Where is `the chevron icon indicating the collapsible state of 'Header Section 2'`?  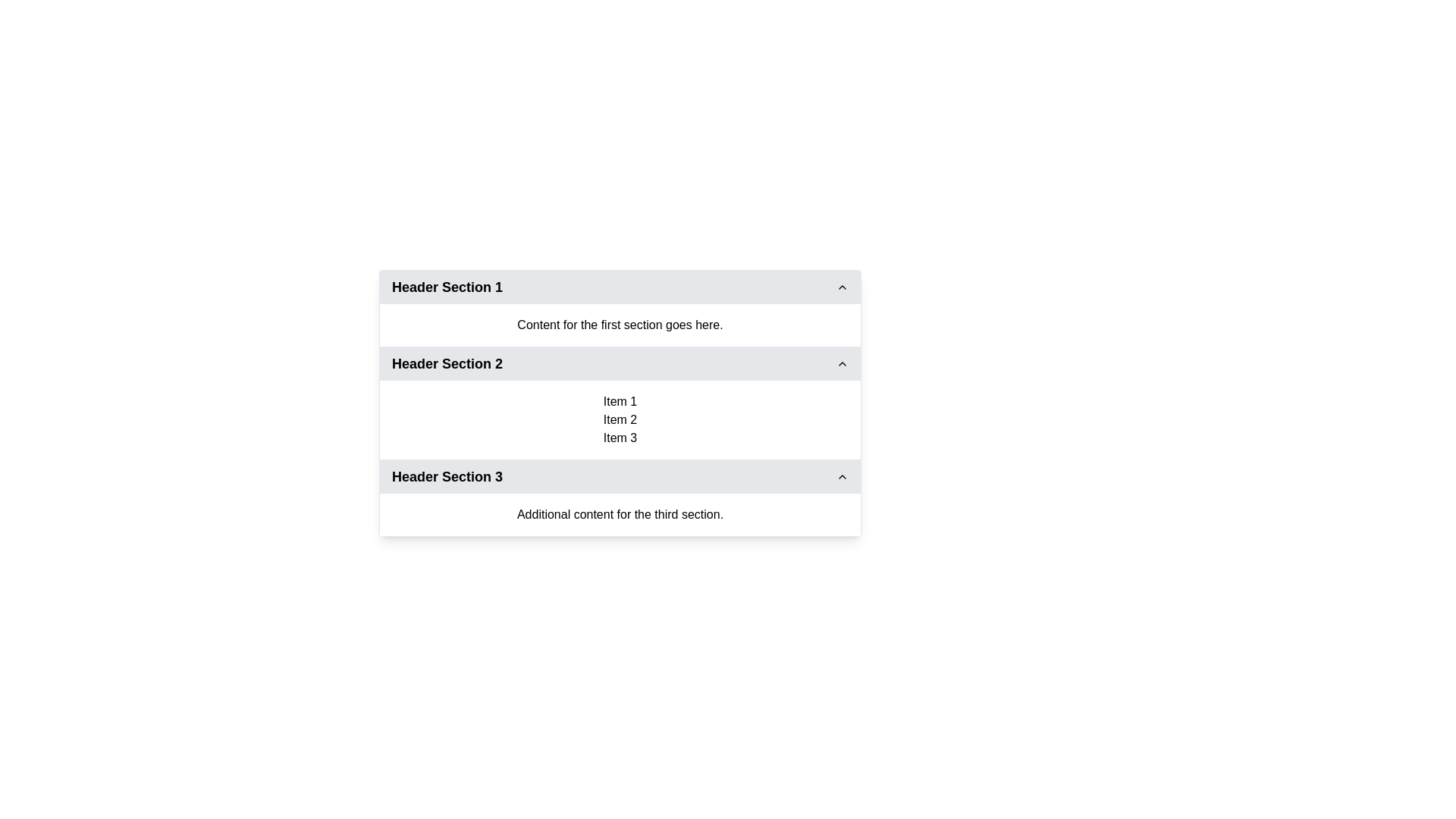
the chevron icon indicating the collapsible state of 'Header Section 2' is located at coordinates (841, 363).